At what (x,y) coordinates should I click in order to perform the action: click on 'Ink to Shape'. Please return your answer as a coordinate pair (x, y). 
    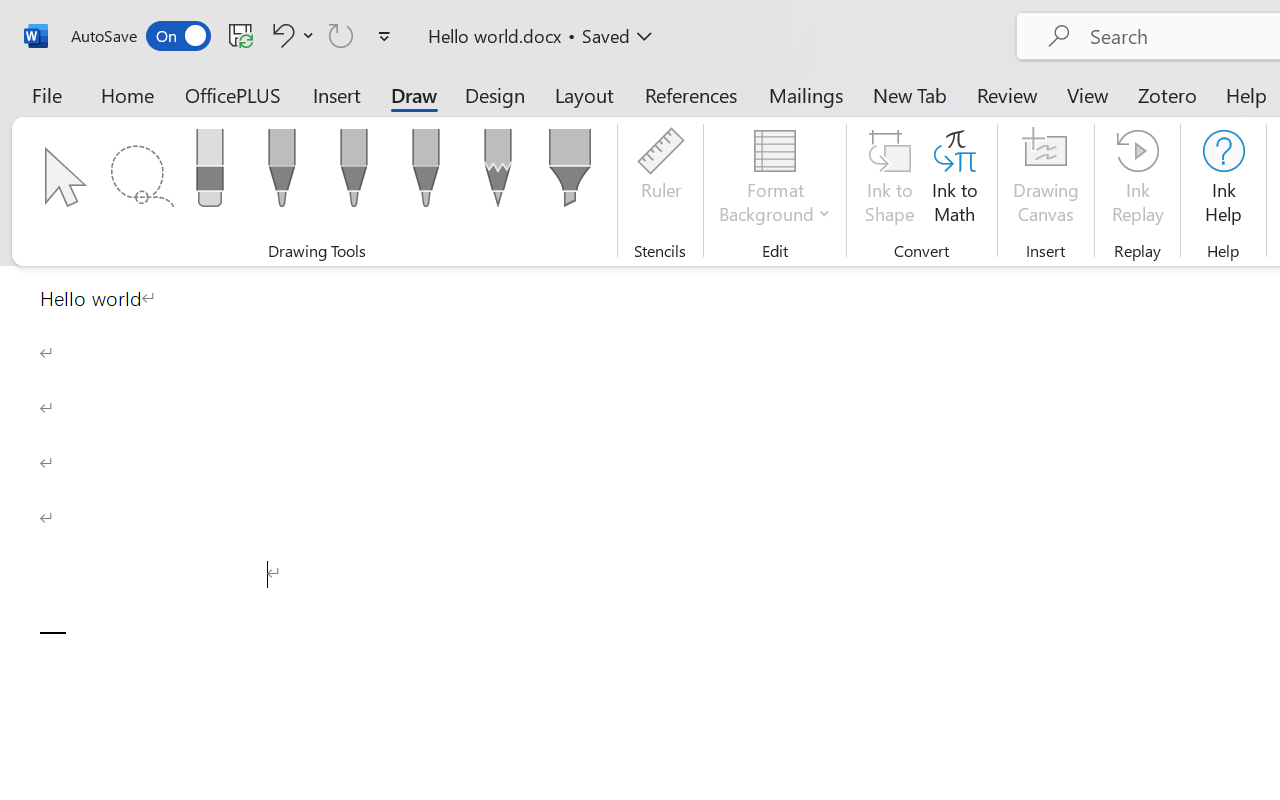
    Looking at the image, I should click on (889, 179).